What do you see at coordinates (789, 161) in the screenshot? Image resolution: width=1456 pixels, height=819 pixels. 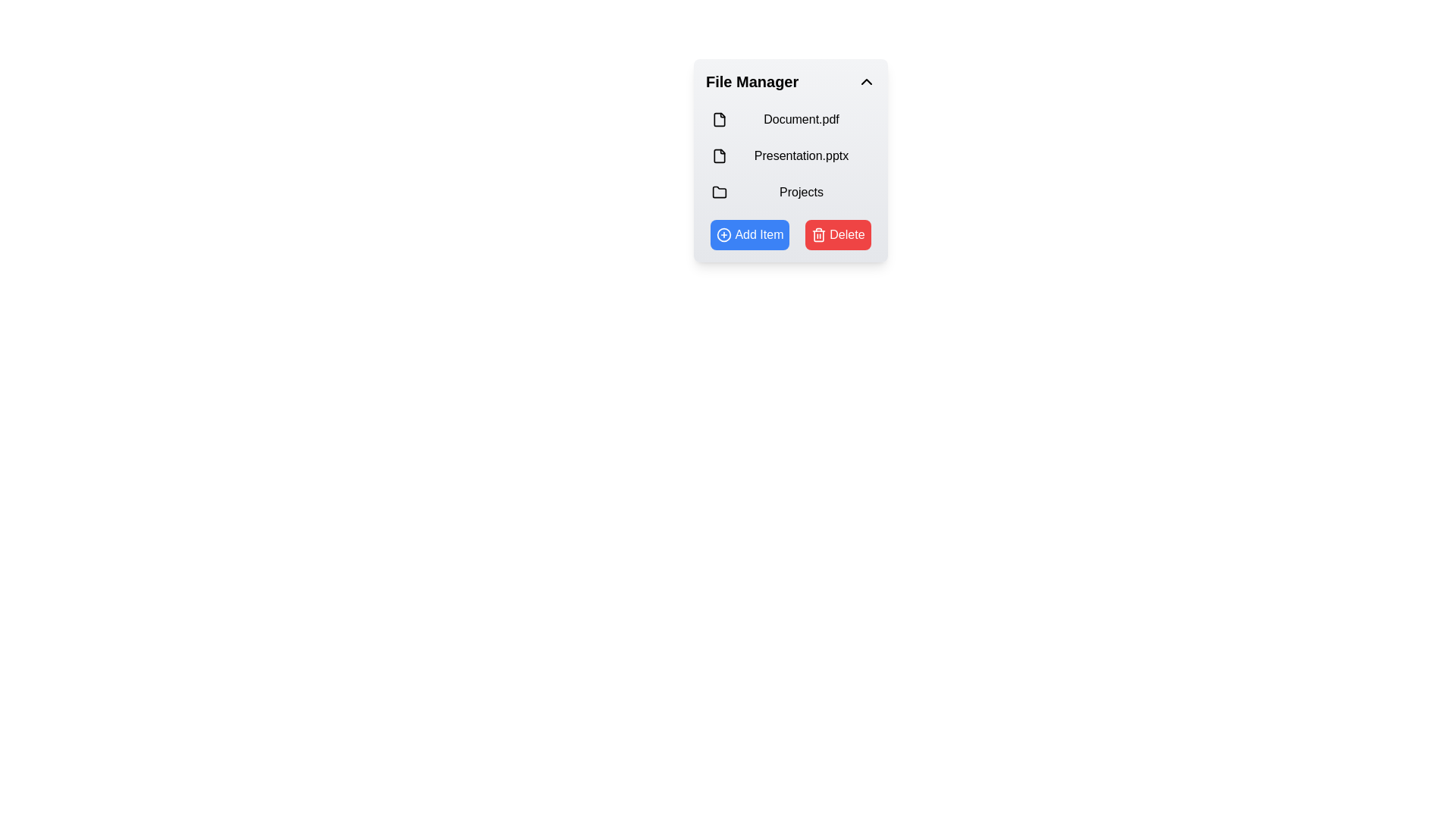 I see `the file entry item labeled 'Presentation.pptx' in the file manager list` at bounding box center [789, 161].